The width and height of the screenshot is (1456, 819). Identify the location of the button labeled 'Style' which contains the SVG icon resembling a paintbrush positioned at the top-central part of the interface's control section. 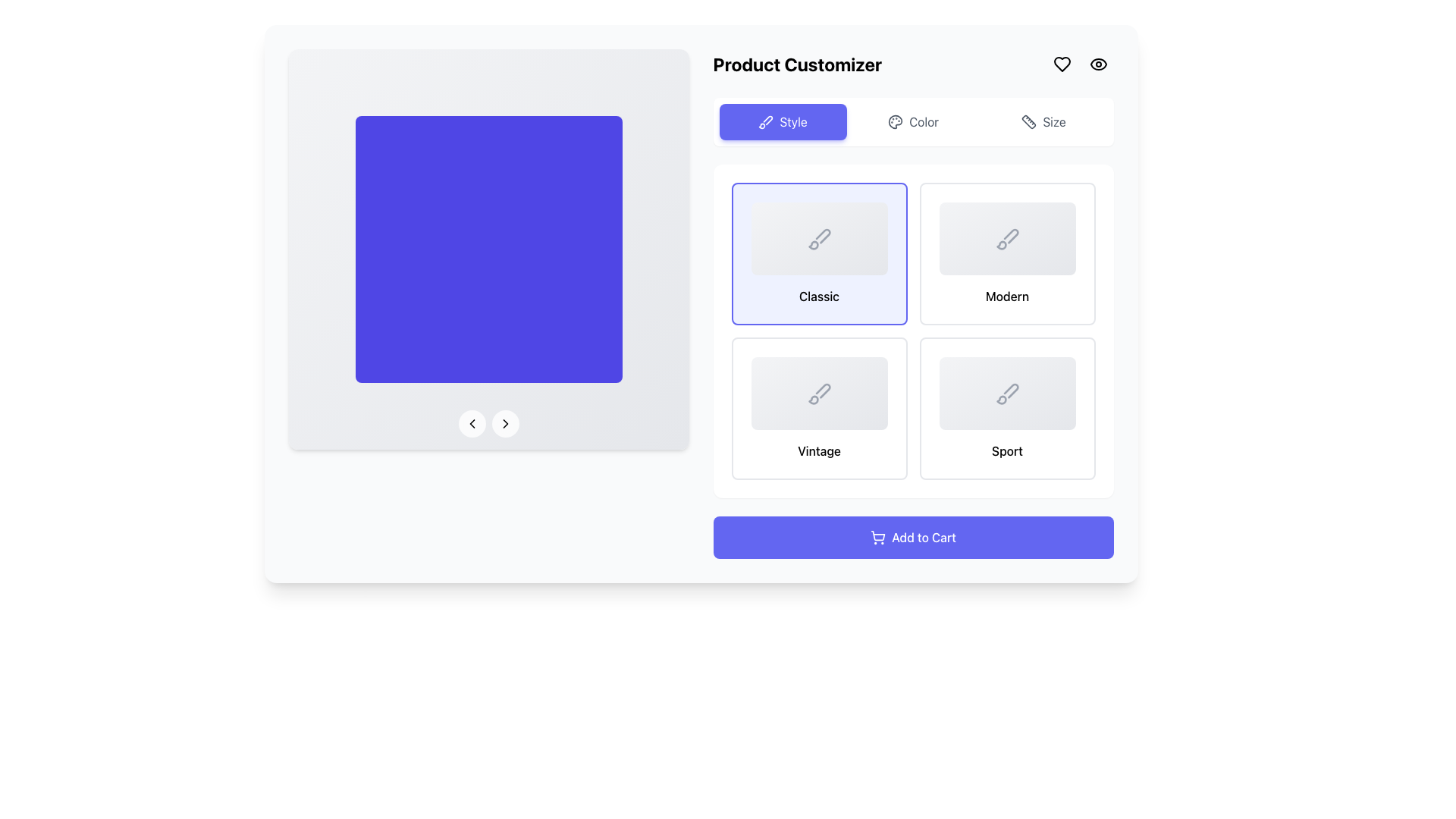
(765, 121).